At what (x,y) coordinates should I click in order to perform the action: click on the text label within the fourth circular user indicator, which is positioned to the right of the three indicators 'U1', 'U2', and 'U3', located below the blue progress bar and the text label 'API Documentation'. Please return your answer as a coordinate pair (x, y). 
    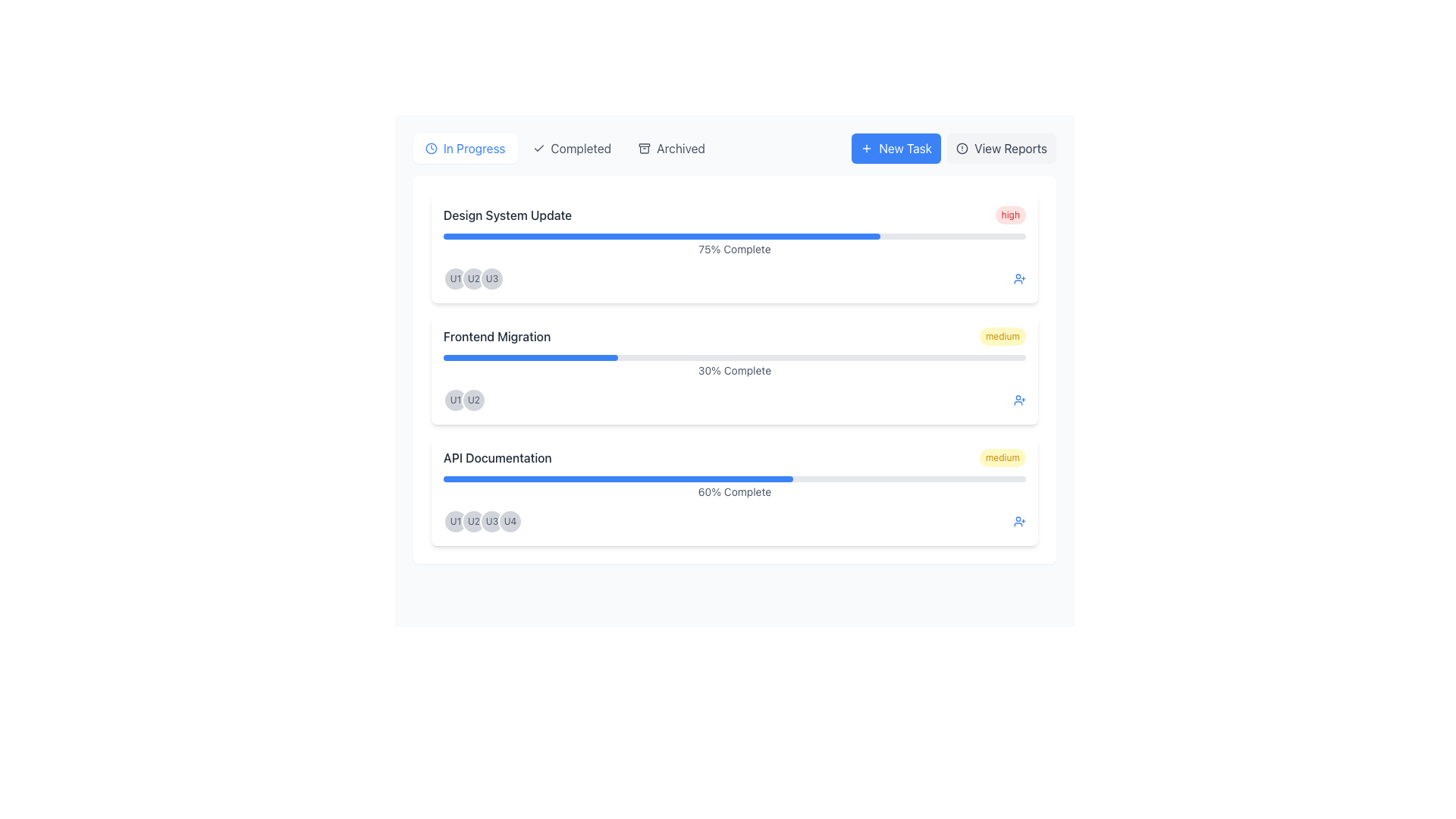
    Looking at the image, I should click on (510, 520).